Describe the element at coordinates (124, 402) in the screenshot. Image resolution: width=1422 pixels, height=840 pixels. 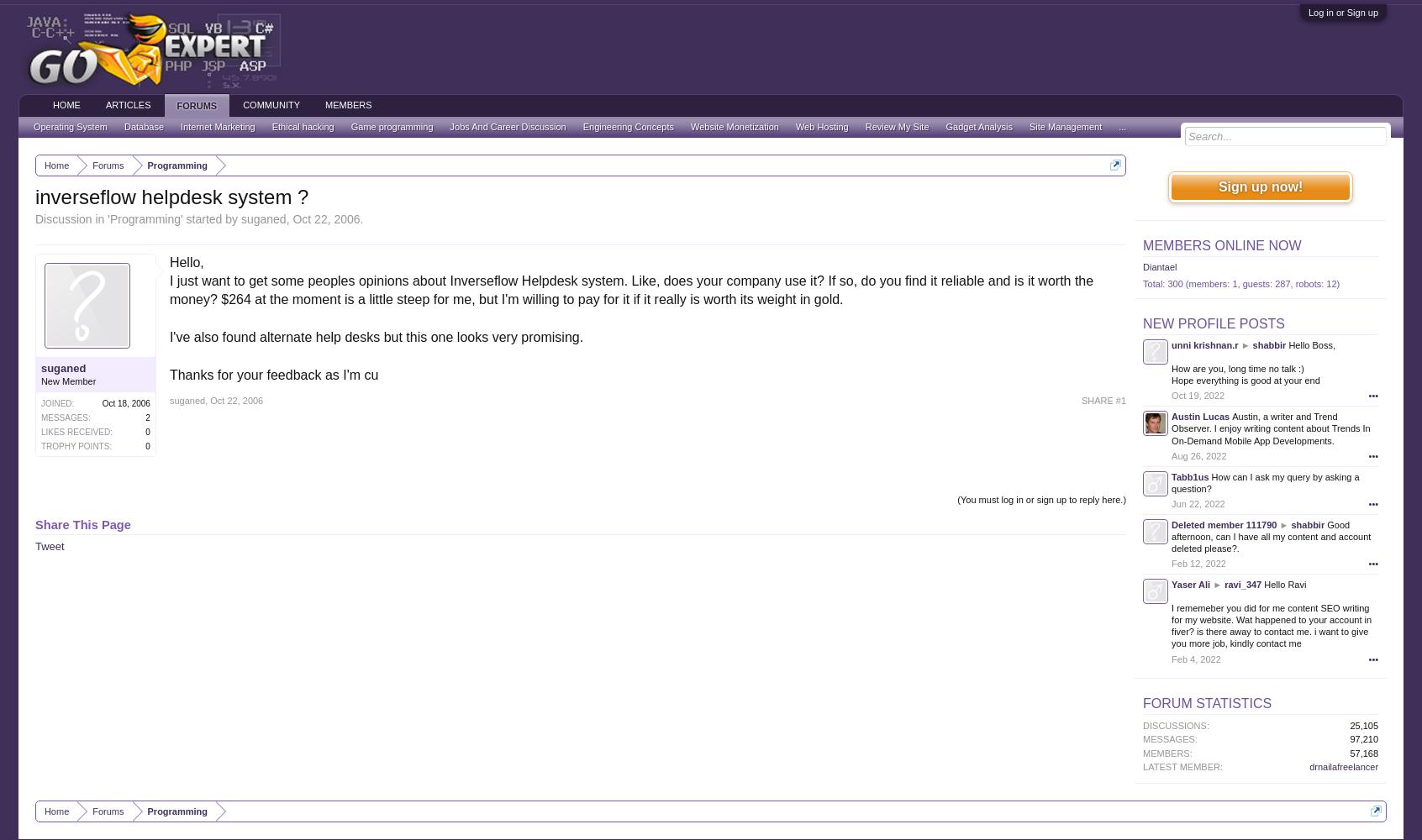
I see `'Oct 18, 2006'` at that location.